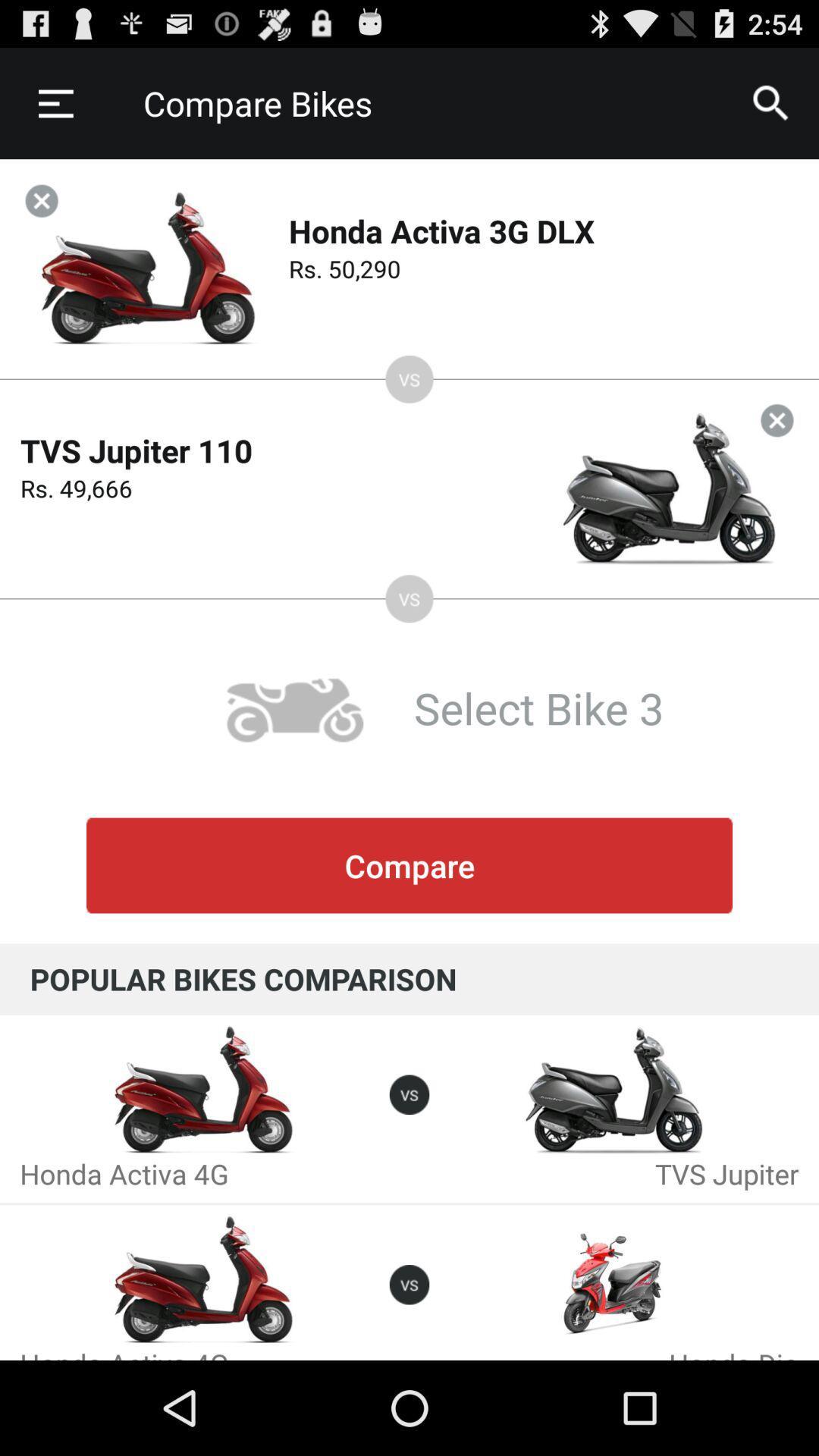  Describe the element at coordinates (777, 420) in the screenshot. I see `page` at that location.